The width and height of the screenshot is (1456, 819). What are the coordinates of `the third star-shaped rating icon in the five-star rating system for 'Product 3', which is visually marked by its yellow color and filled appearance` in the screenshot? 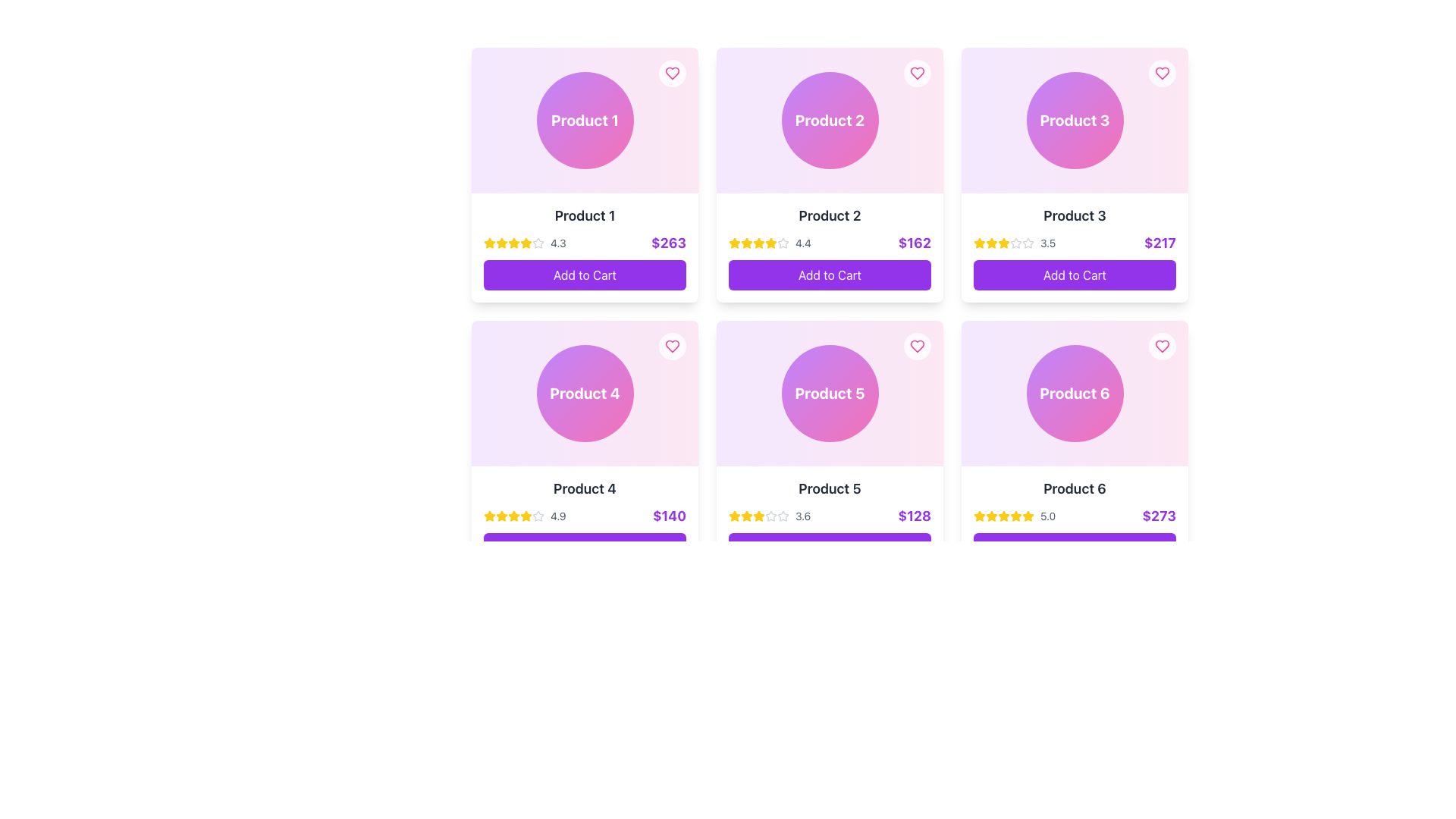 It's located at (992, 242).